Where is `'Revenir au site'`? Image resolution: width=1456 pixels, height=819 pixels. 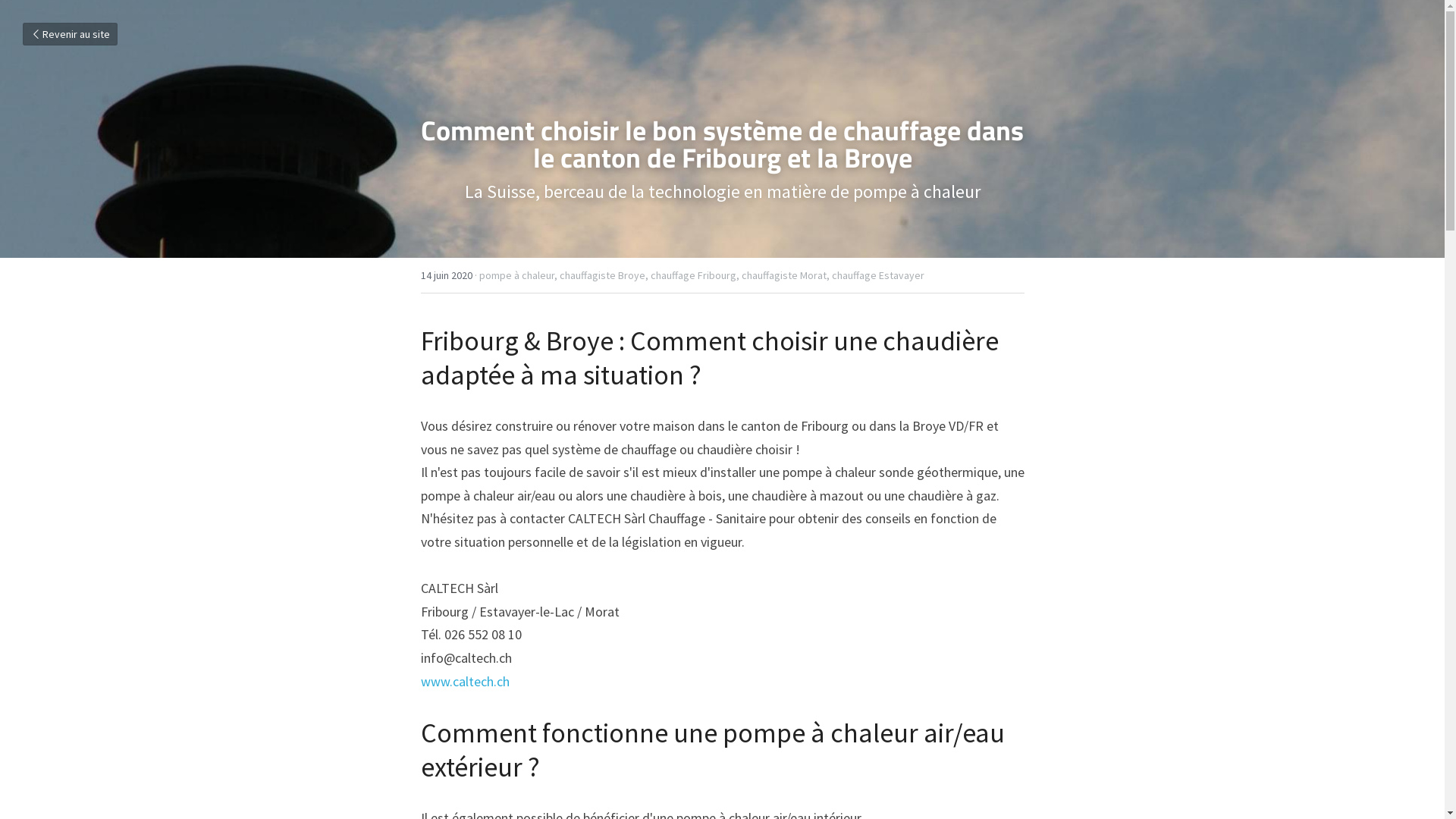 'Revenir au site' is located at coordinates (69, 34).